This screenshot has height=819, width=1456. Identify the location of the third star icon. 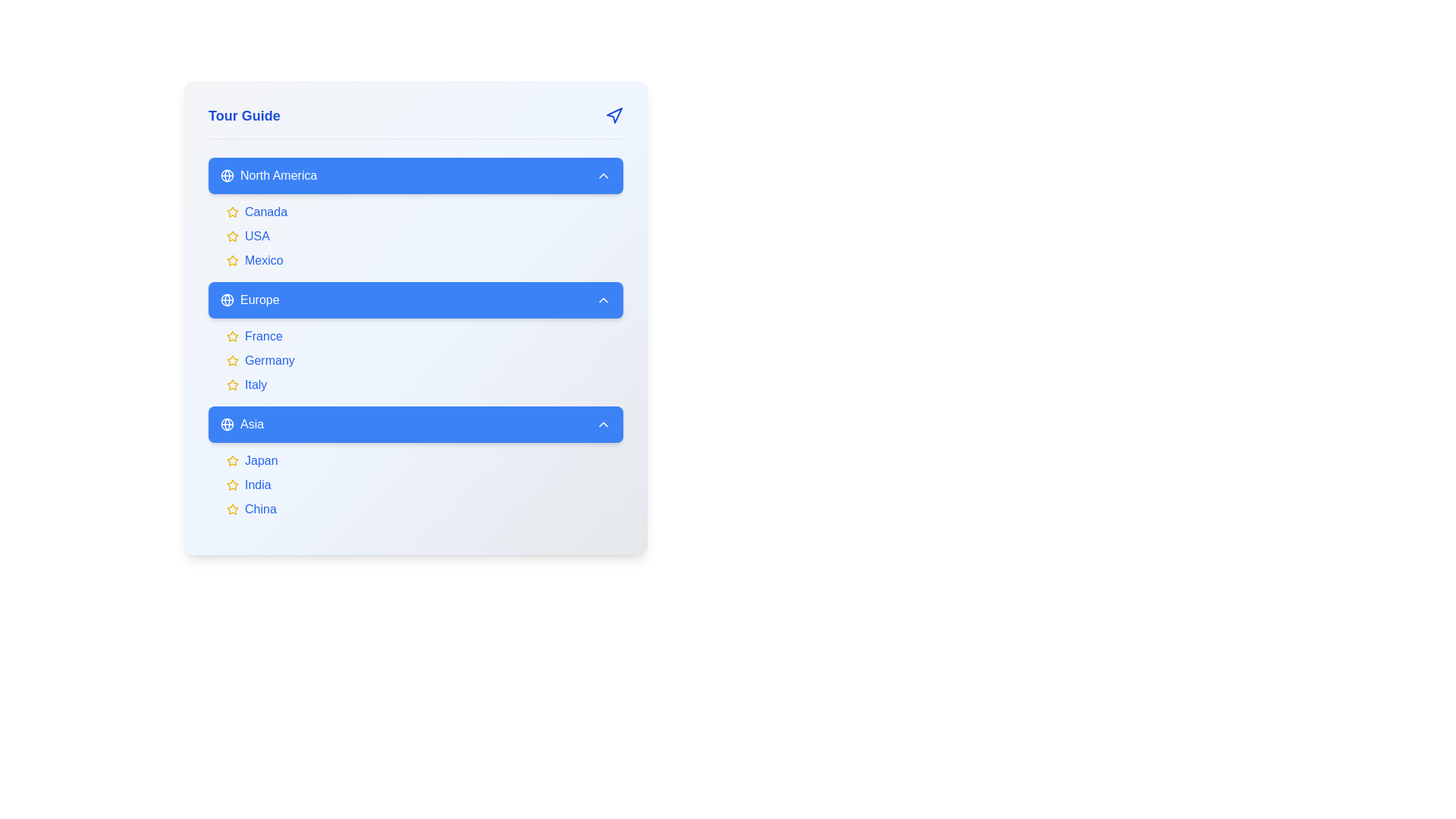
(232, 259).